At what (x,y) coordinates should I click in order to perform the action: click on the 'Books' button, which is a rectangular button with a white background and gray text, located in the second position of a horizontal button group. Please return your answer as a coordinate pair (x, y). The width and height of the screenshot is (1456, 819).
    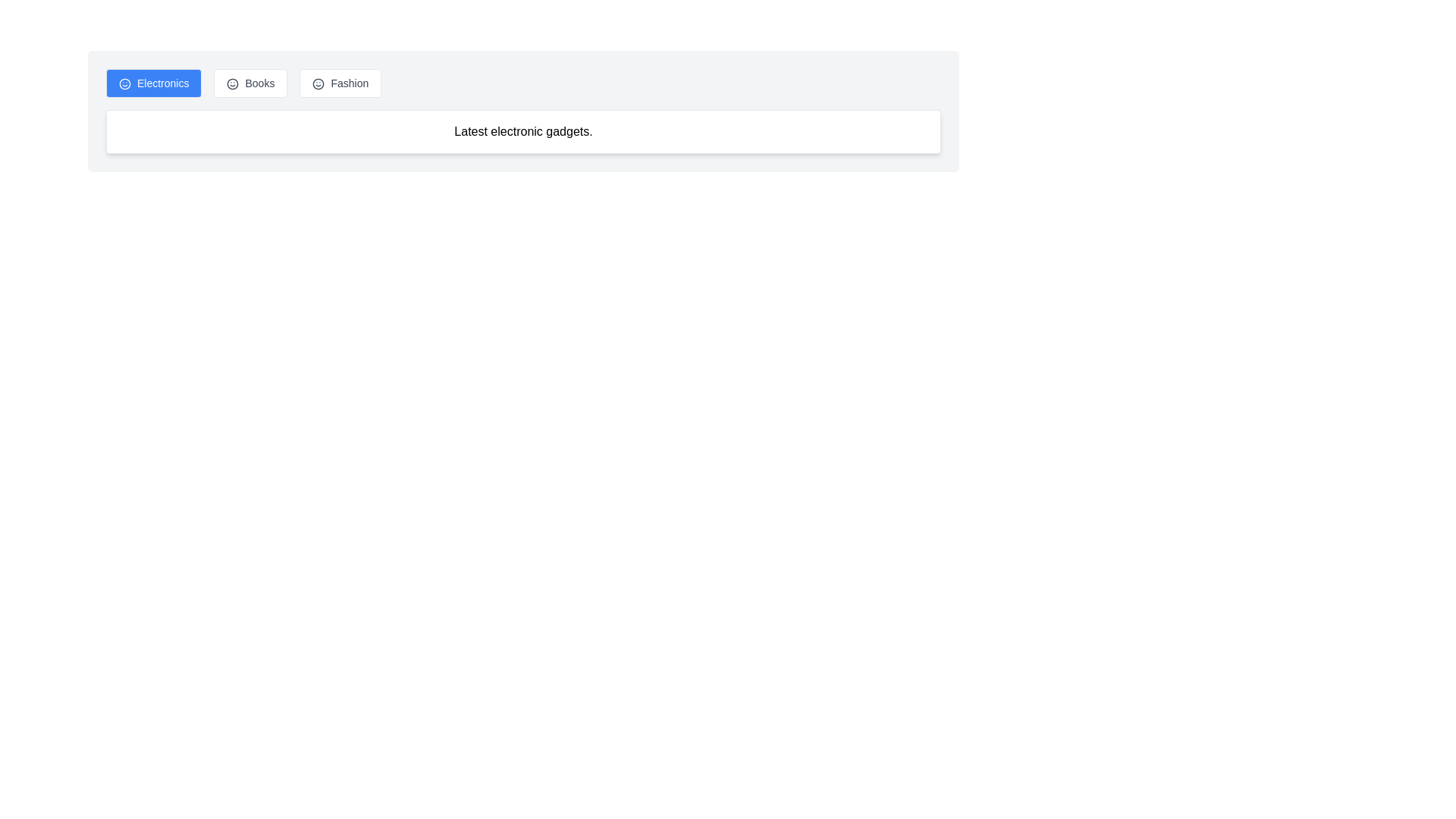
    Looking at the image, I should click on (251, 83).